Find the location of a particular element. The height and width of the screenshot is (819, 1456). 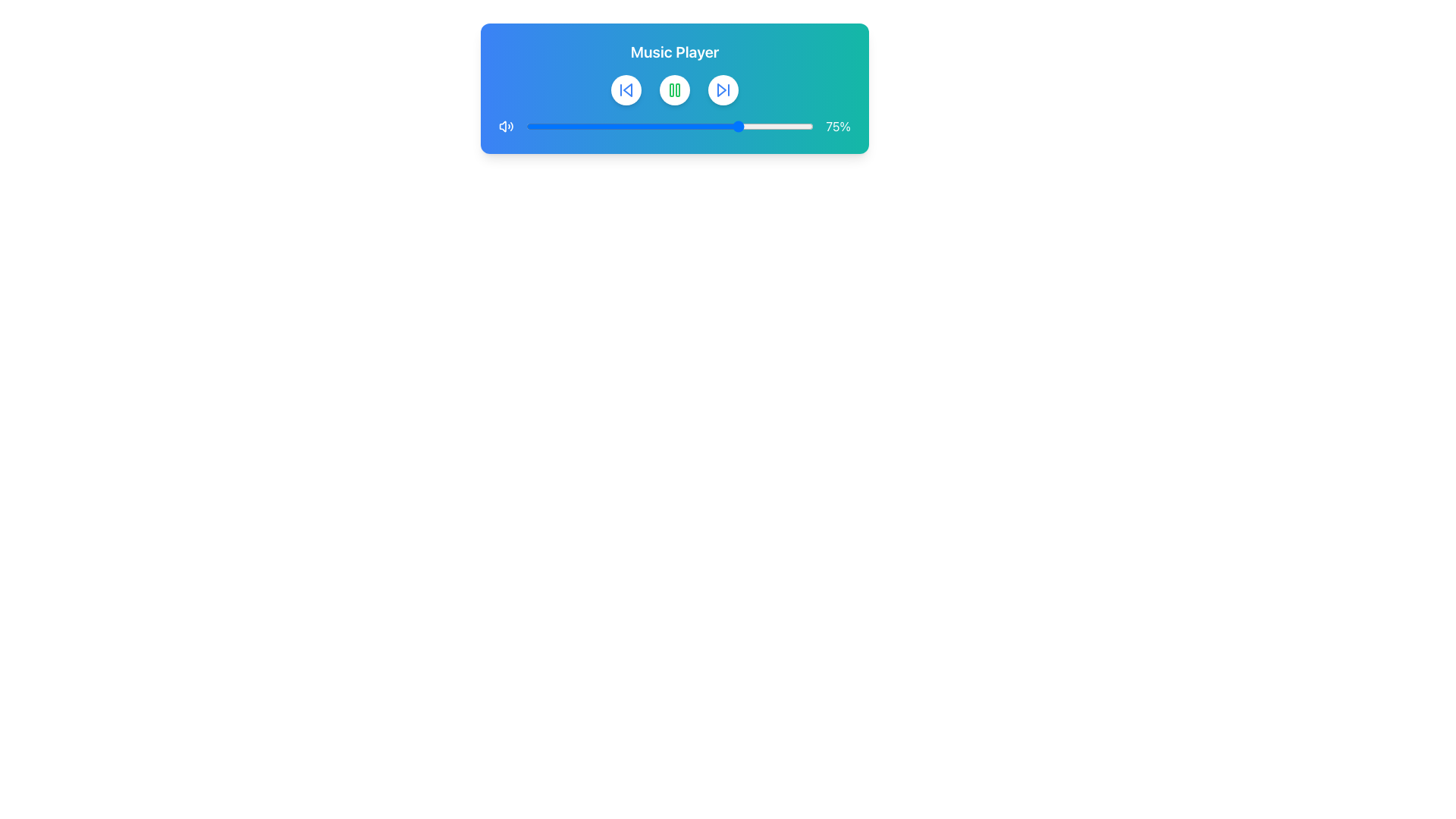

the slider is located at coordinates (717, 125).